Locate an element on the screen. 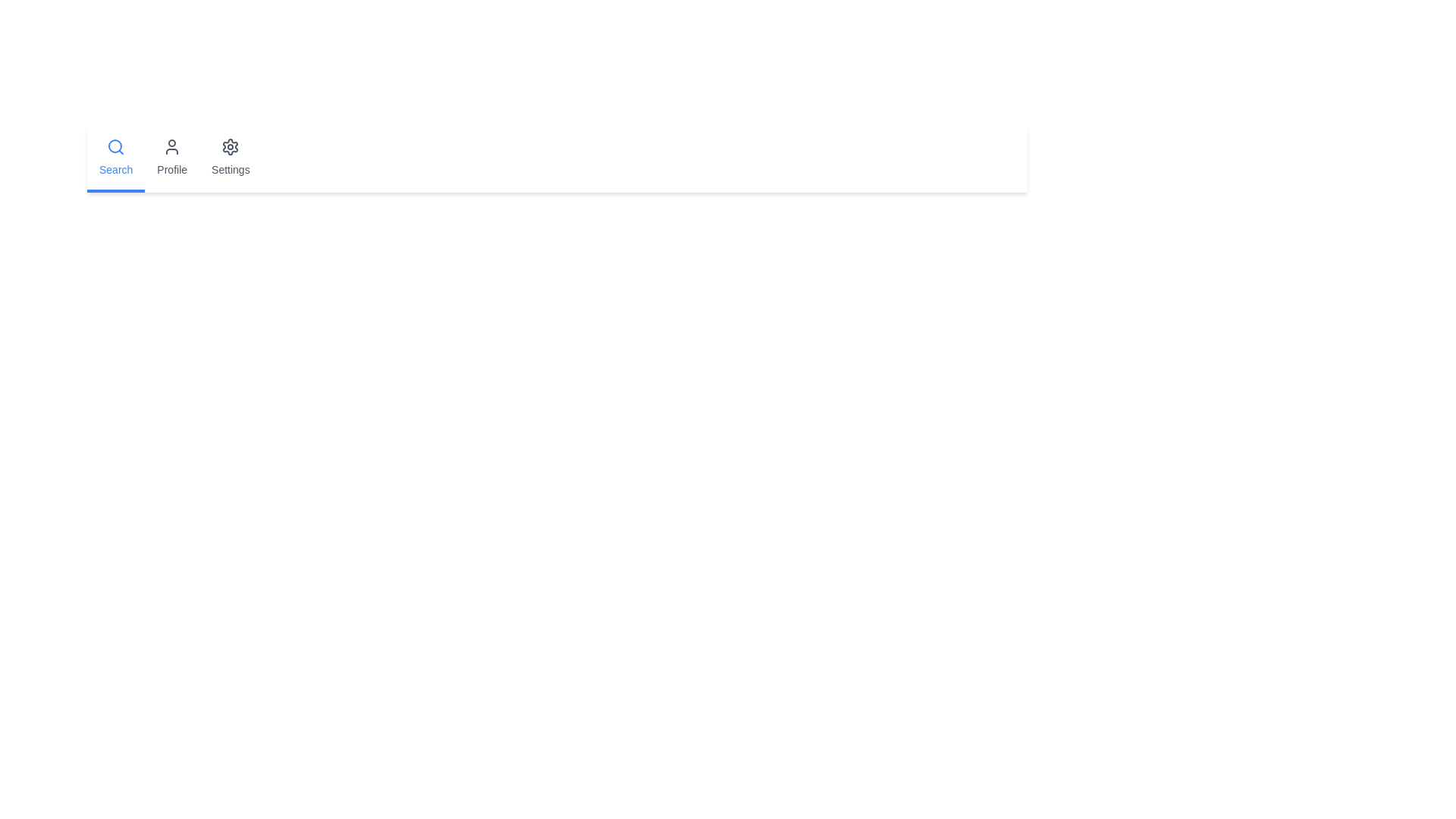 The height and width of the screenshot is (819, 1456). the 'Profile' text label, which is styled in a smaller font and located below the user icon in the navigation menu is located at coordinates (172, 169).